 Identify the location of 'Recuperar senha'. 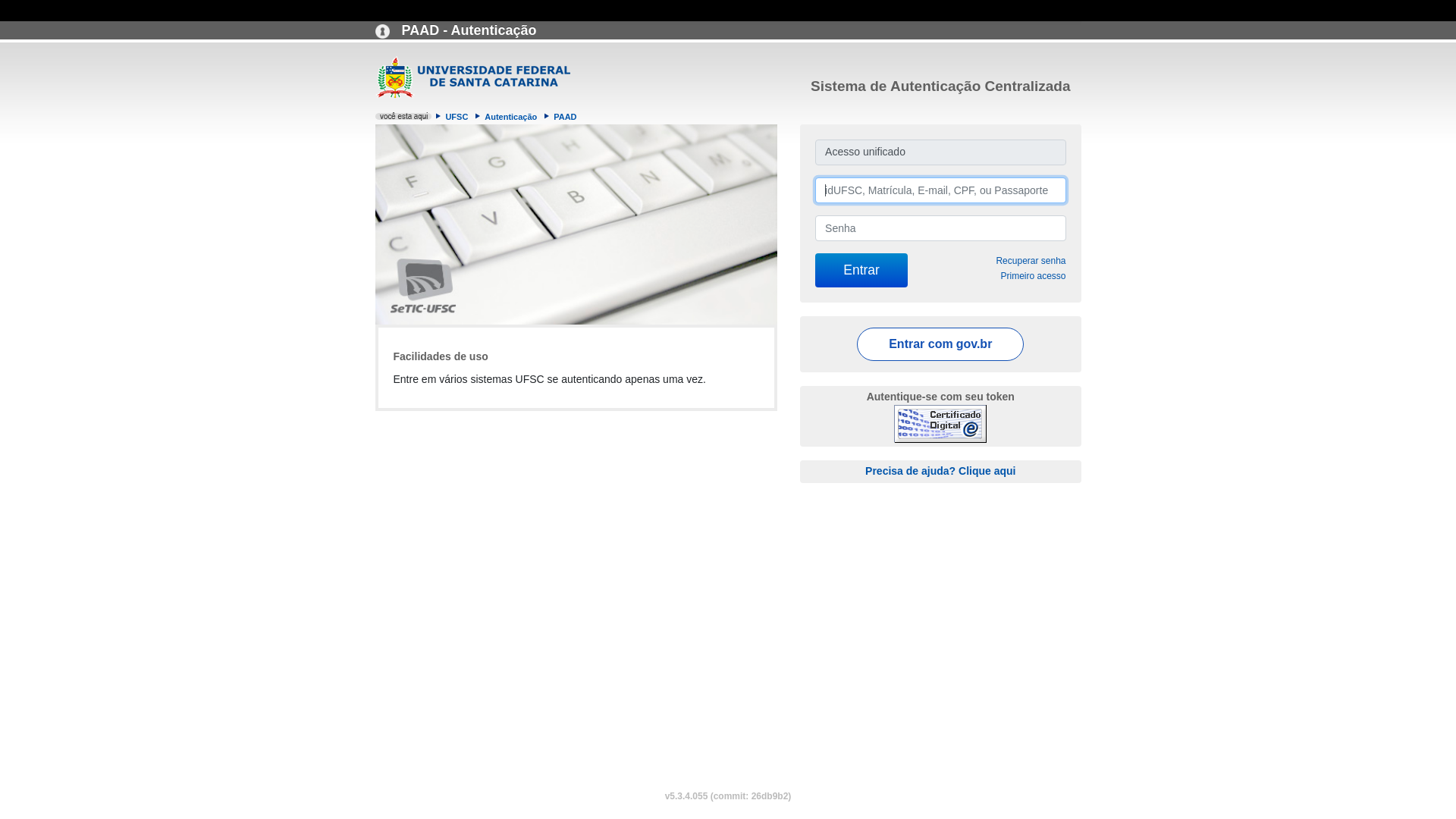
(1030, 259).